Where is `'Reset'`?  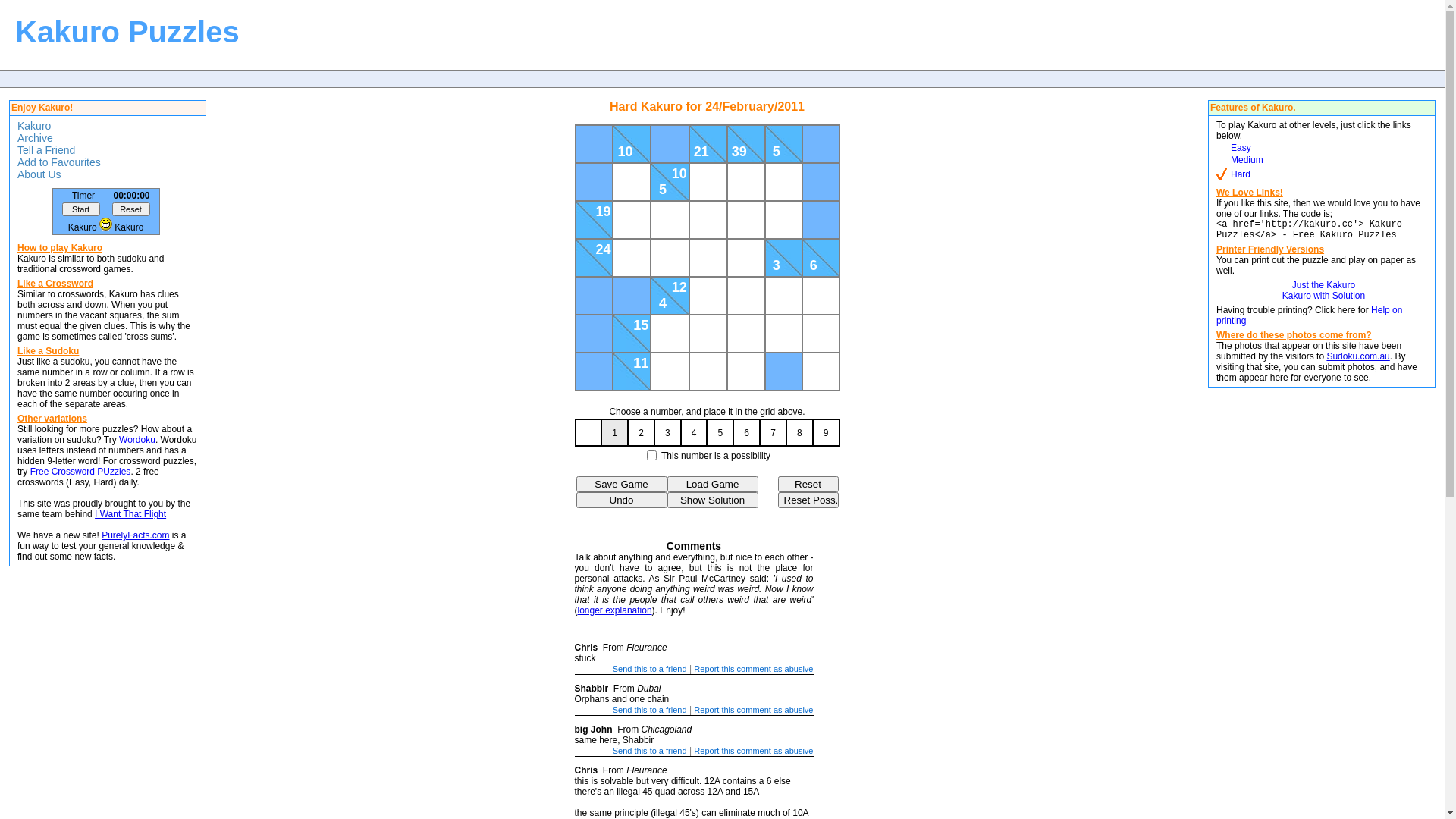 'Reset' is located at coordinates (111, 209).